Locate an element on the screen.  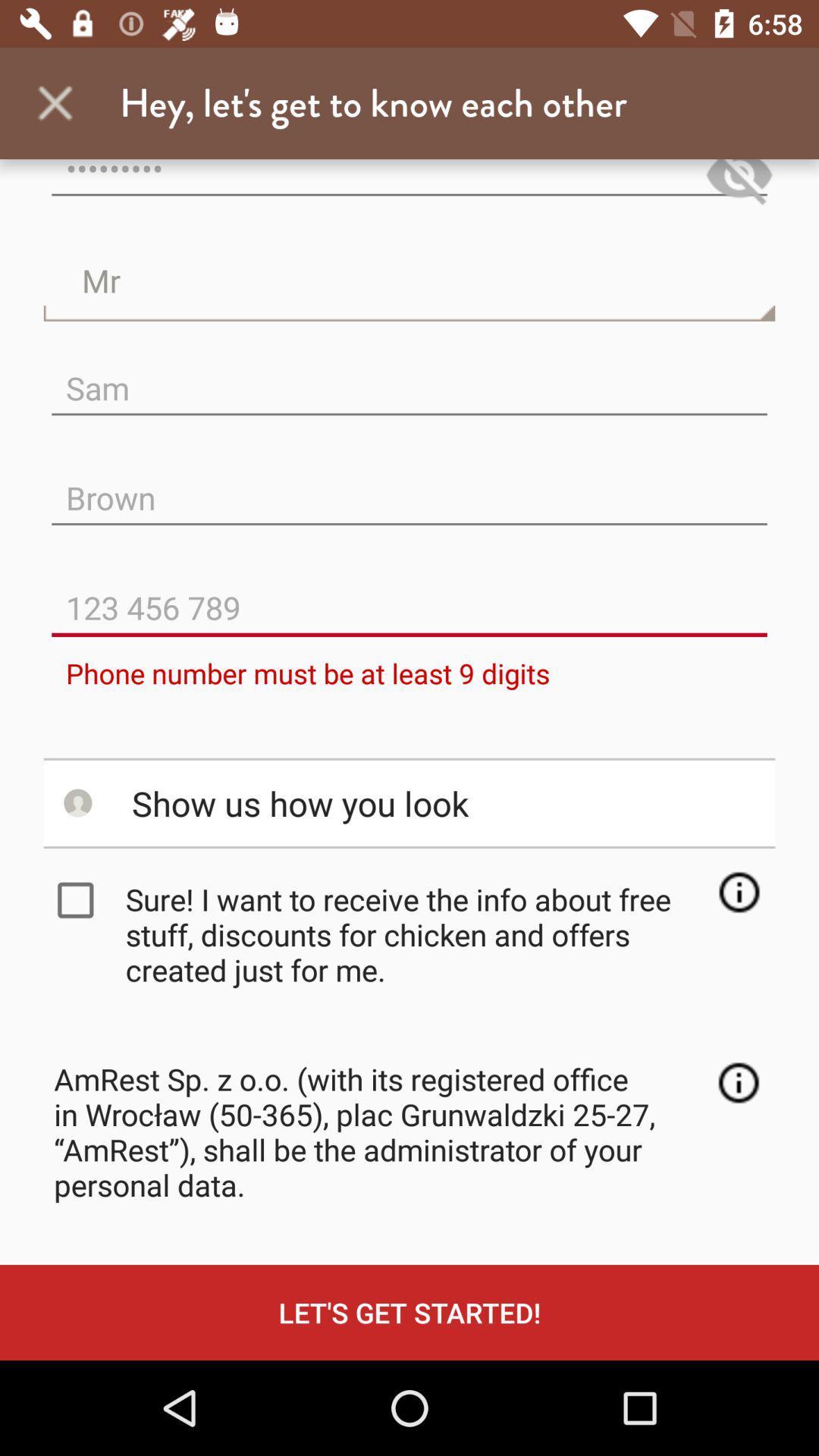
info button is located at coordinates (738, 892).